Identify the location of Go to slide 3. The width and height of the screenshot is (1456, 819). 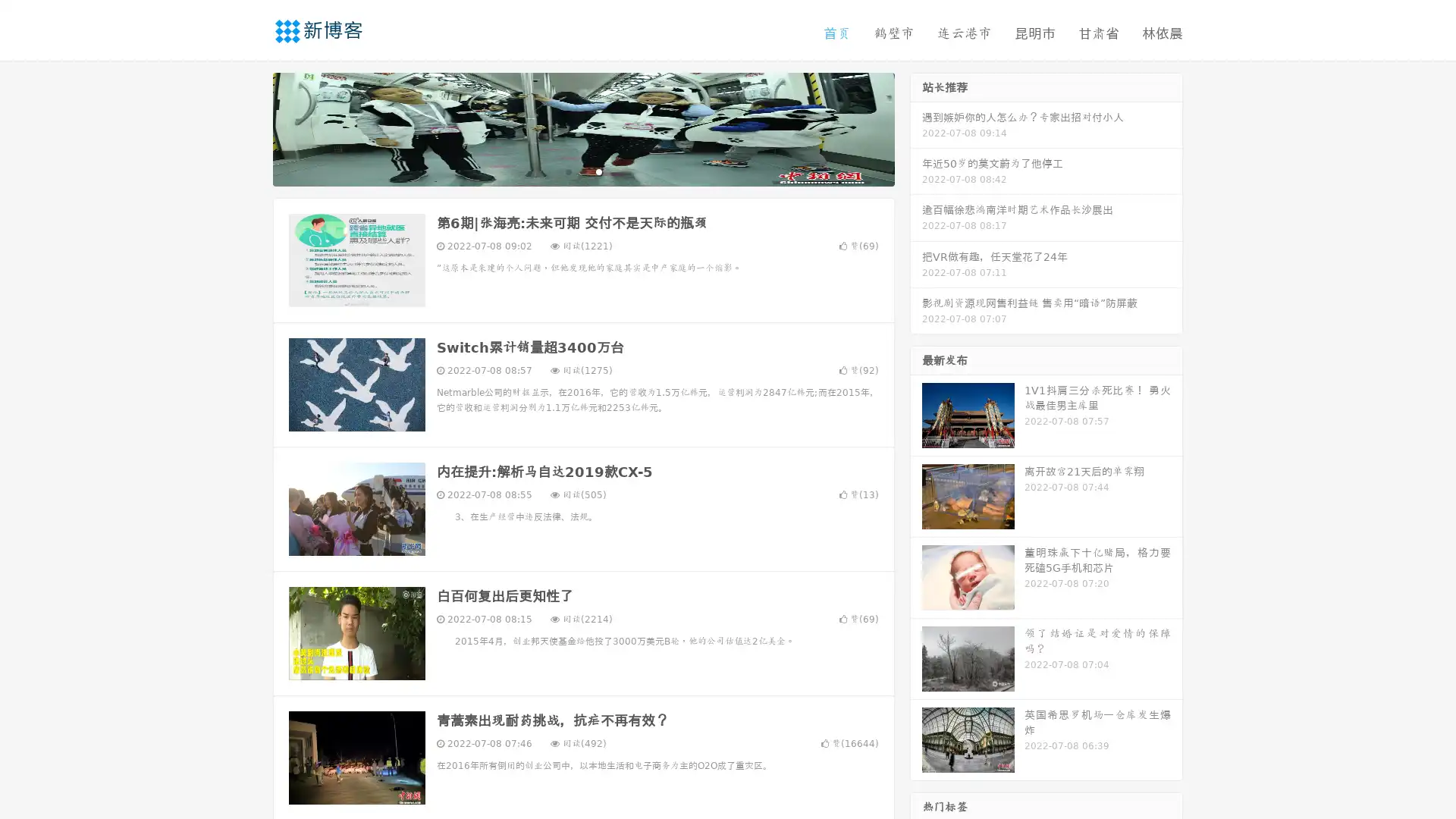
(598, 171).